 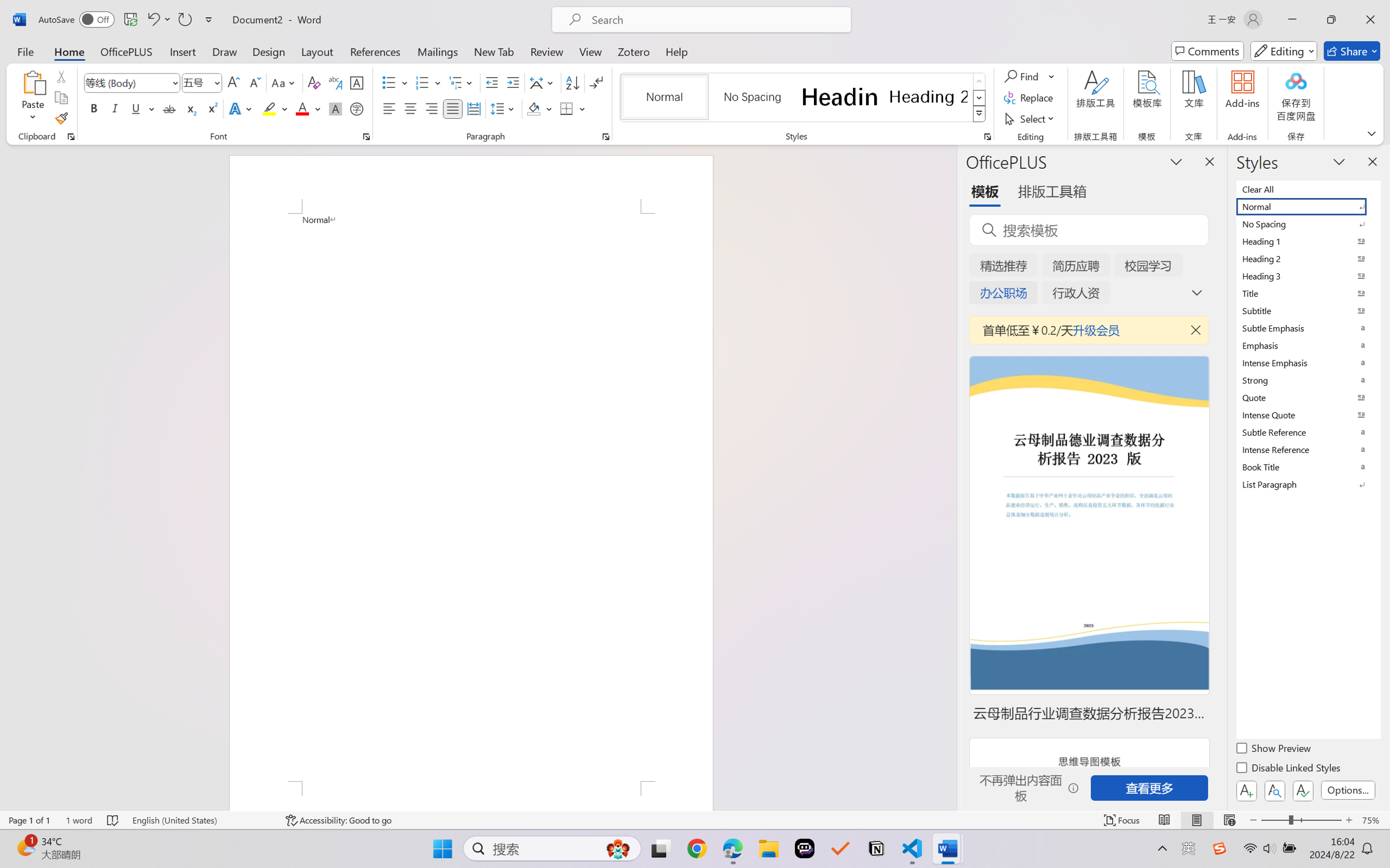 What do you see at coordinates (135, 108) in the screenshot?
I see `'Underline'` at bounding box center [135, 108].